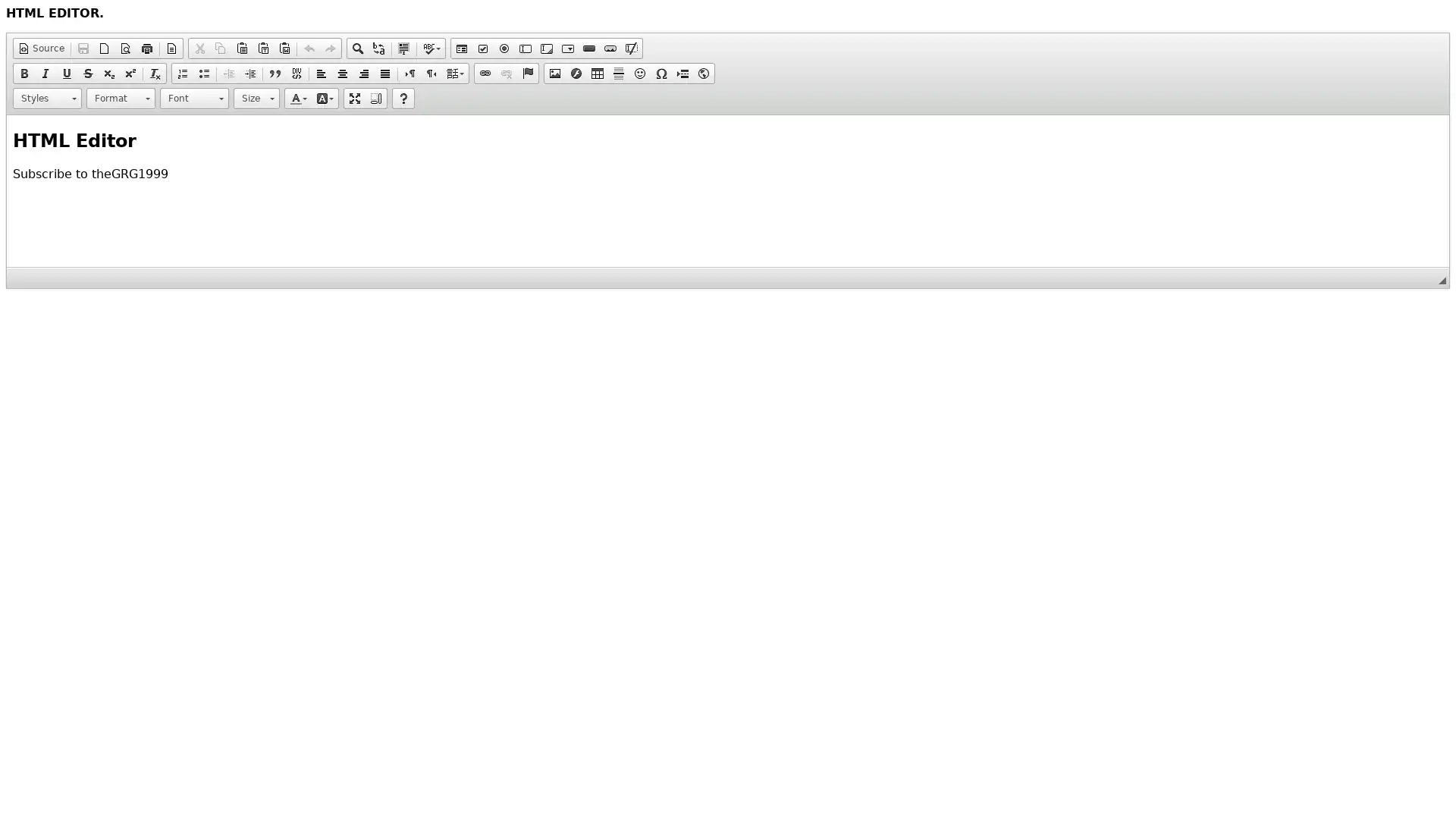 This screenshot has width=1456, height=819. Describe the element at coordinates (296, 73) in the screenshot. I see `Create Div Container` at that location.